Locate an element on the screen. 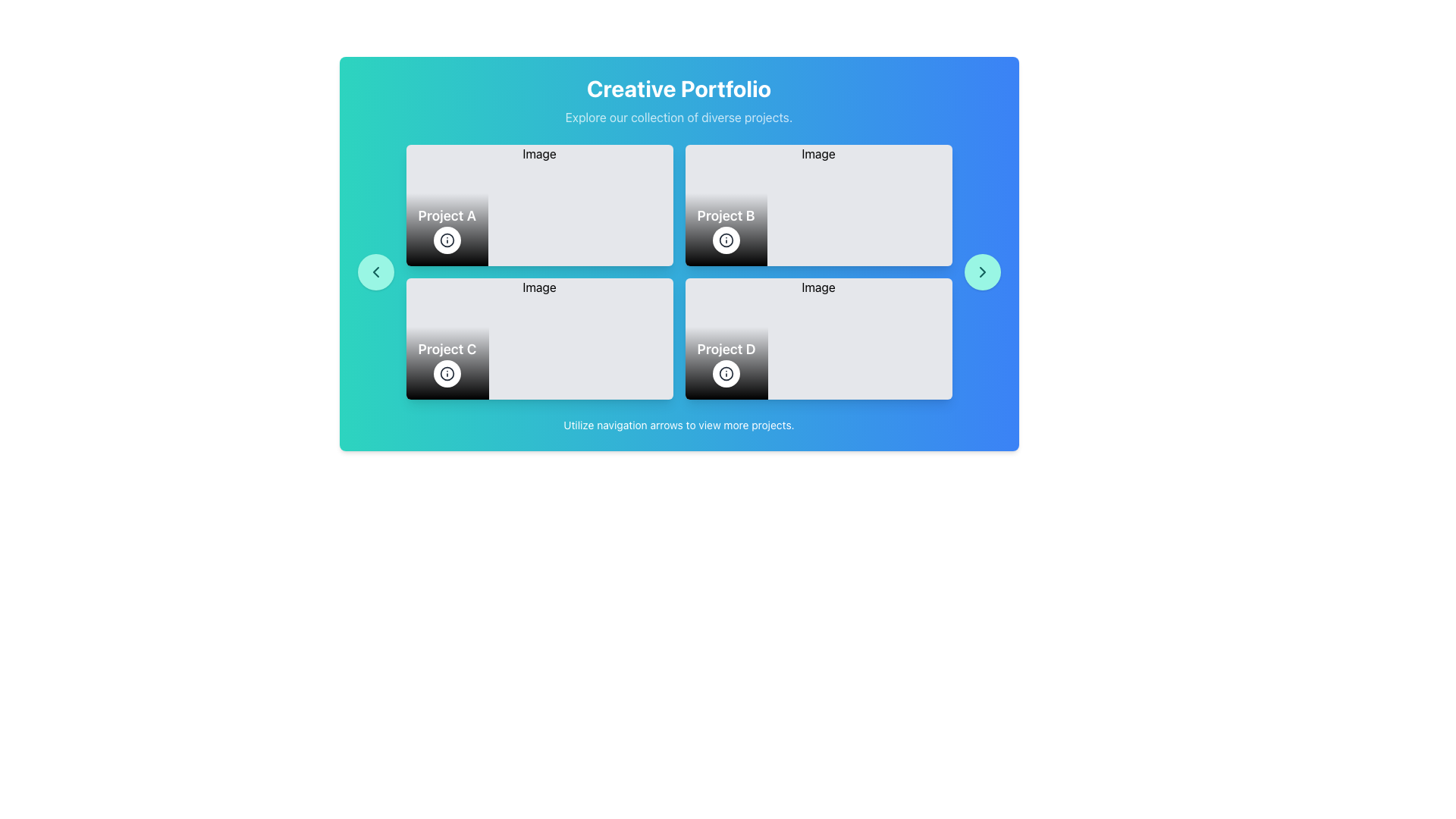 The image size is (1456, 819). the Project Tile containing the text 'Project C' with a circular button featuring an information icon, located in the lower left quadrant of the grid is located at coordinates (447, 362).